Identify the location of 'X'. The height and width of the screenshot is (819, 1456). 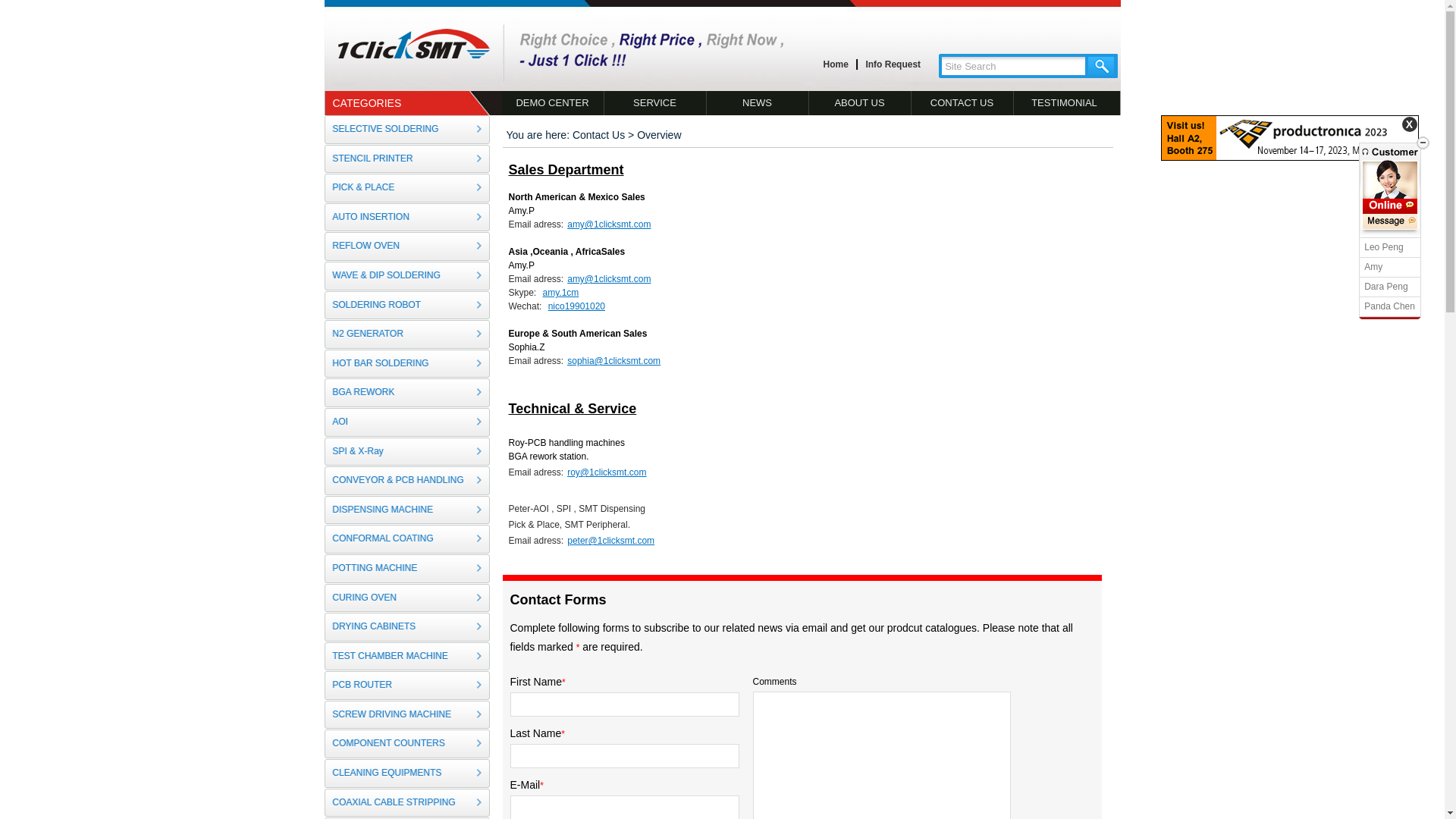
(1408, 124).